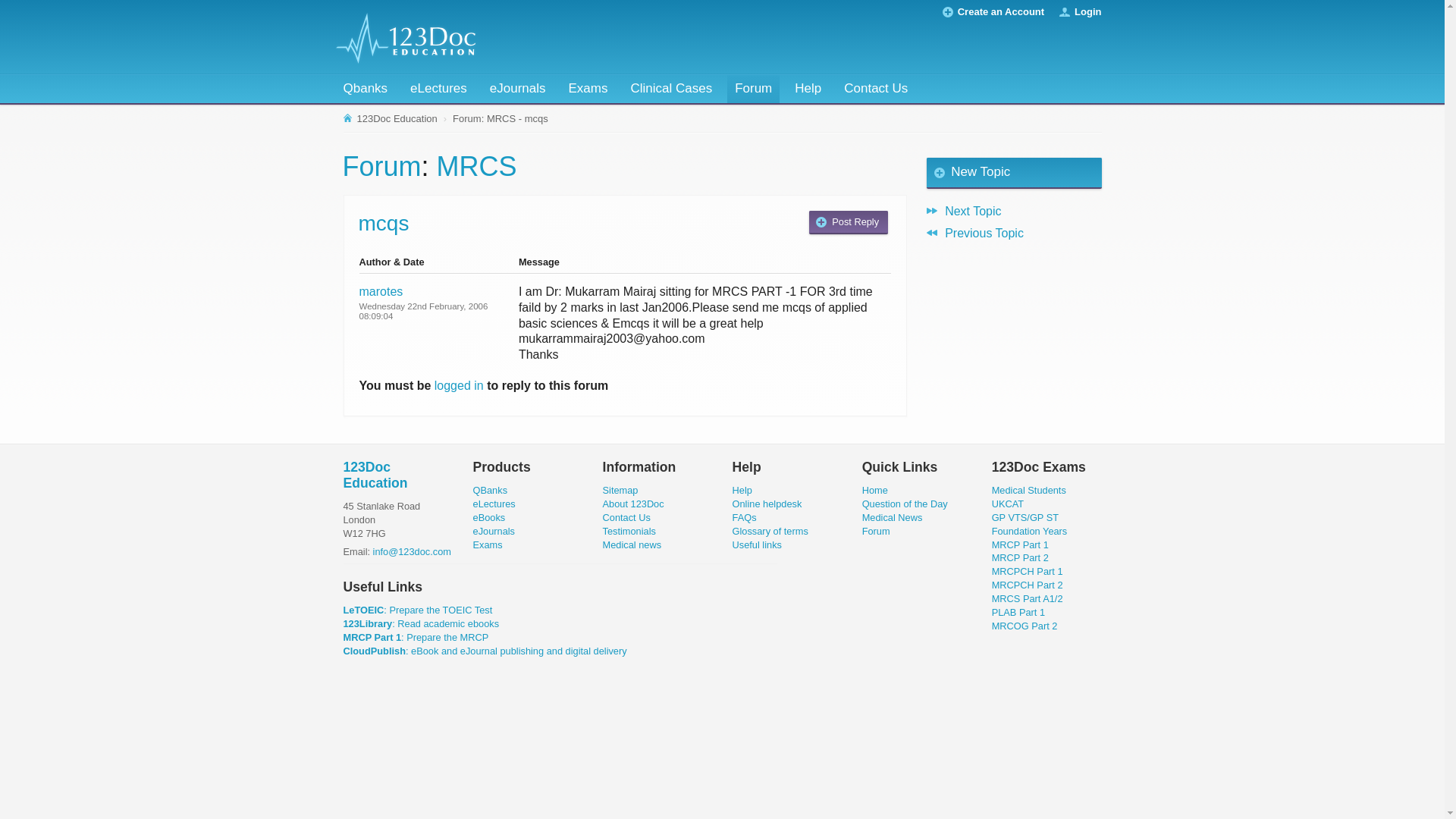 The width and height of the screenshot is (1456, 819). I want to click on 'info@123doc.com', so click(372, 551).